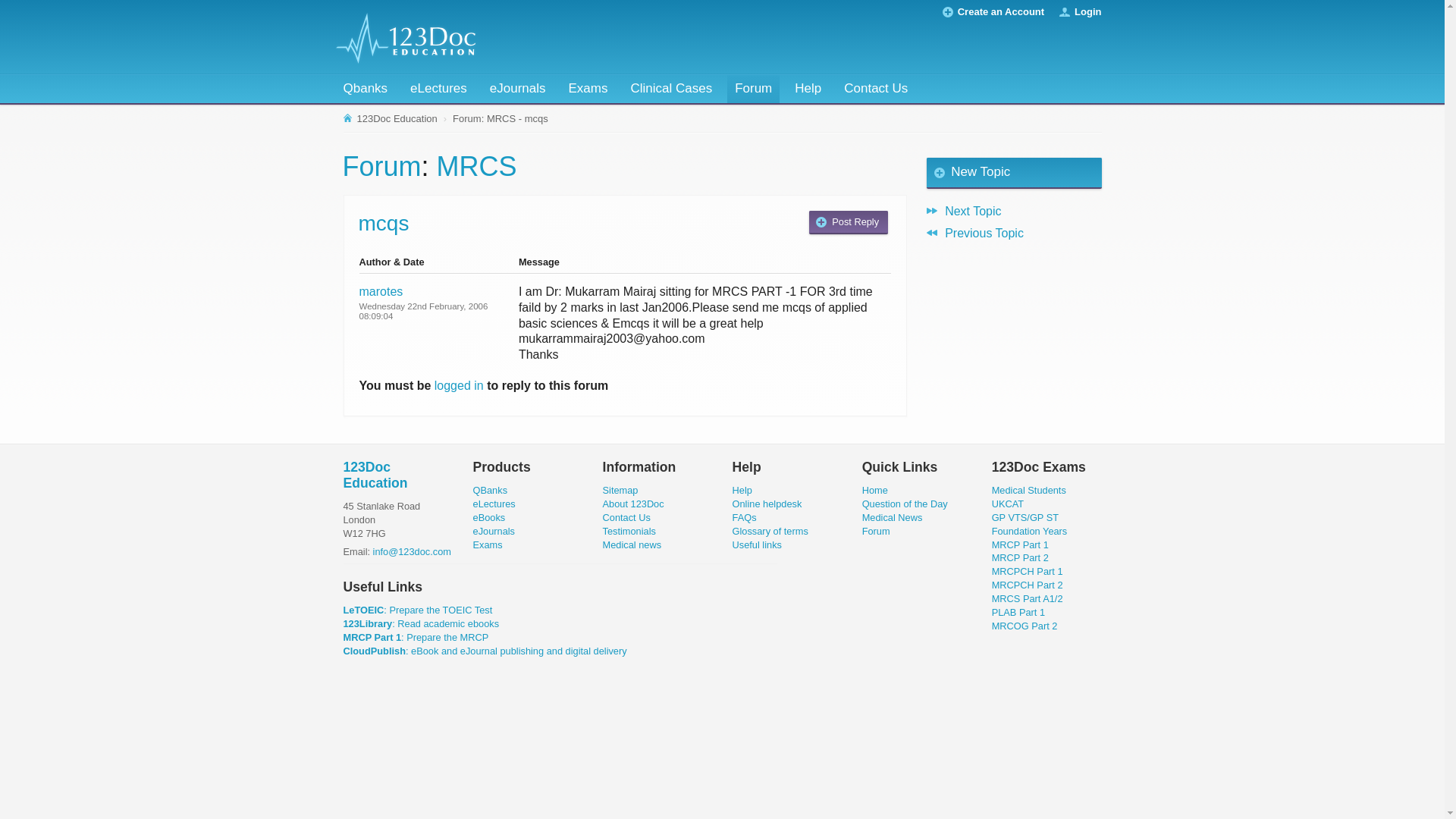 The width and height of the screenshot is (1456, 819). I want to click on 'info@123doc.com', so click(372, 551).